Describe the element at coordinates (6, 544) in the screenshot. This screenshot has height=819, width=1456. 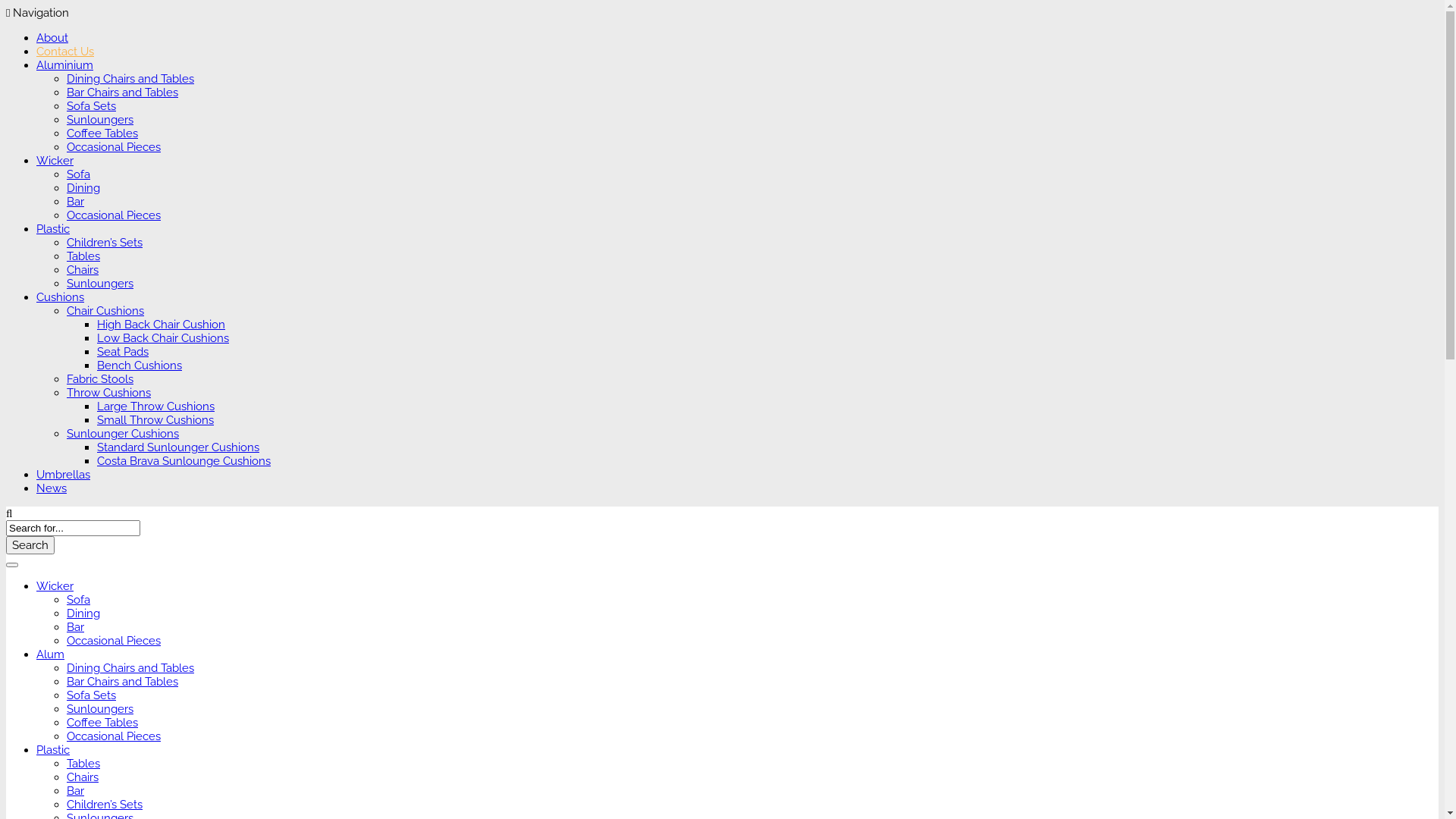
I see `'Search'` at that location.